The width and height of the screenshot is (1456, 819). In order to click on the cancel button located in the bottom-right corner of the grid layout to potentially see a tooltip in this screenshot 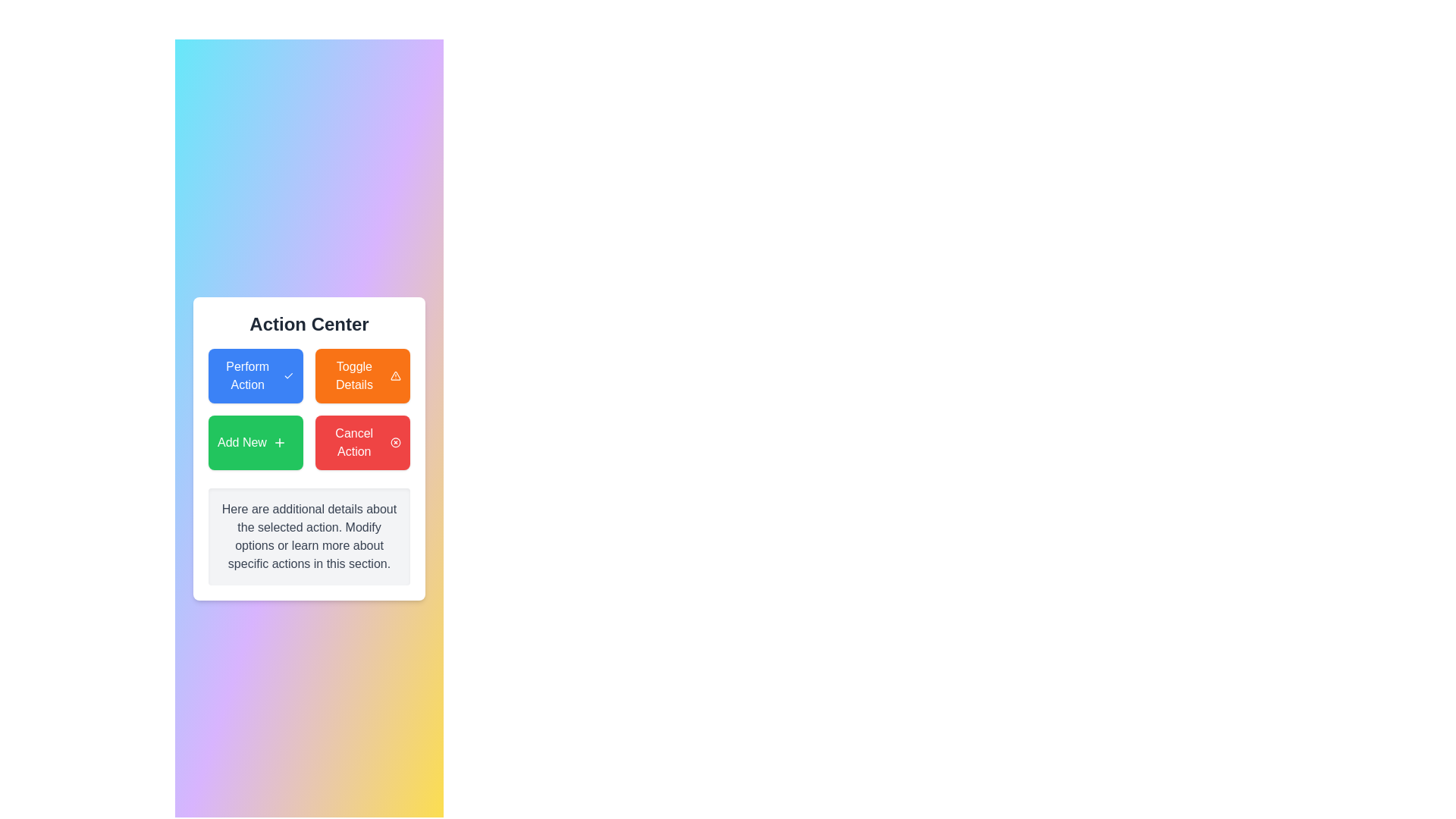, I will do `click(362, 442)`.